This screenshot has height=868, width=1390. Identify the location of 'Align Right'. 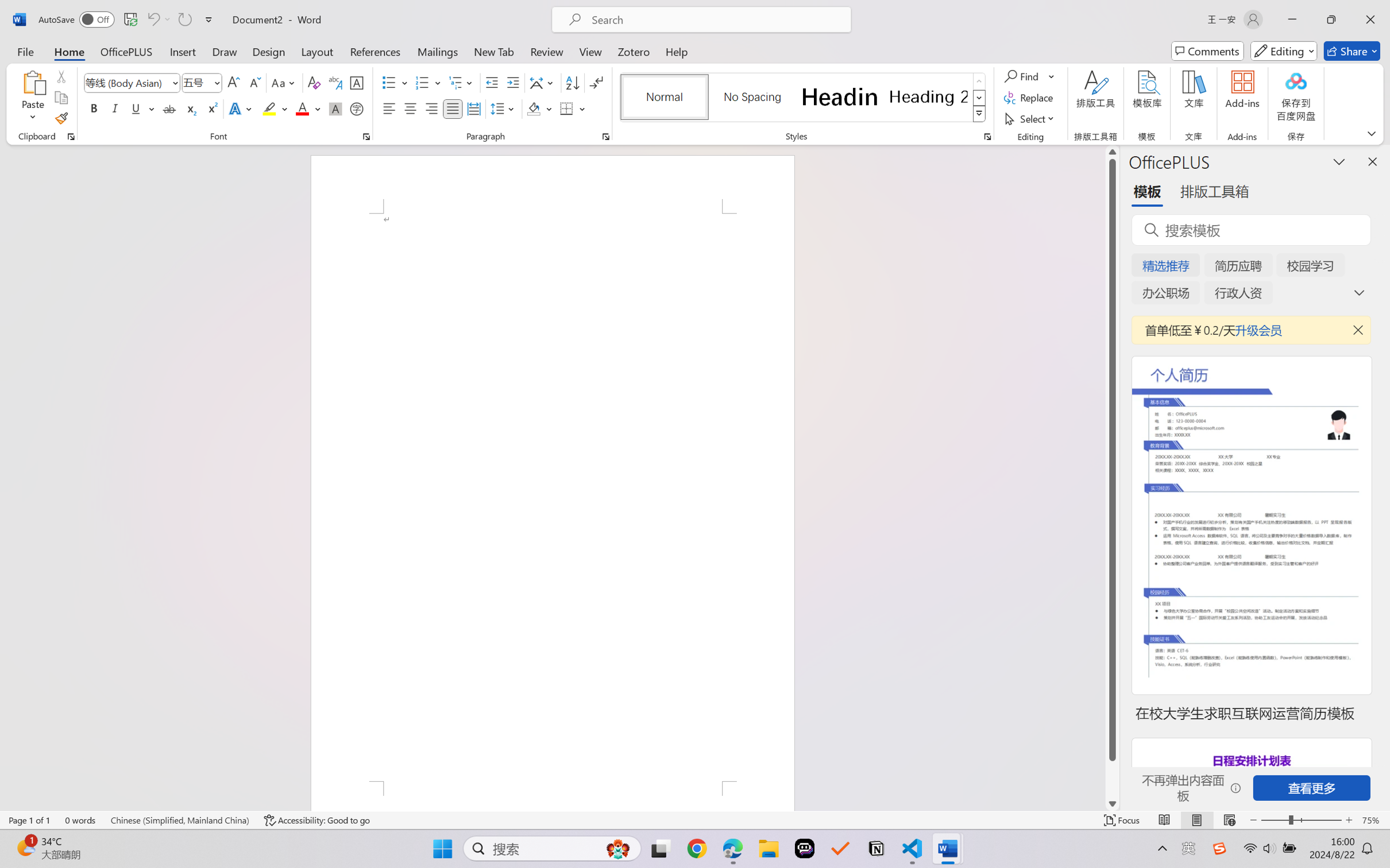
(432, 108).